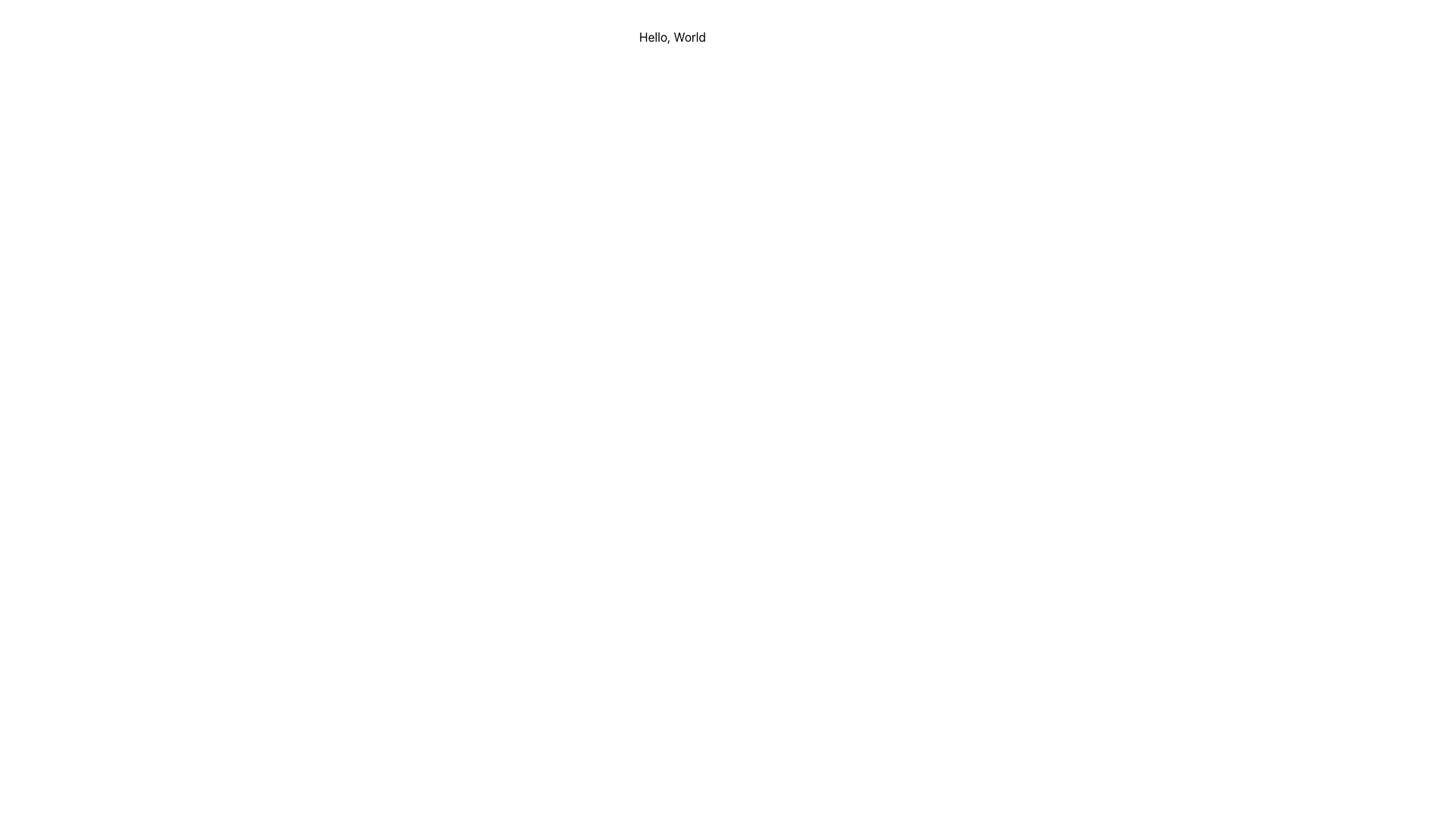 Image resolution: width=1456 pixels, height=819 pixels. I want to click on text displayed in the Text Label element that contains the phrase 'Hello, World', so click(672, 36).